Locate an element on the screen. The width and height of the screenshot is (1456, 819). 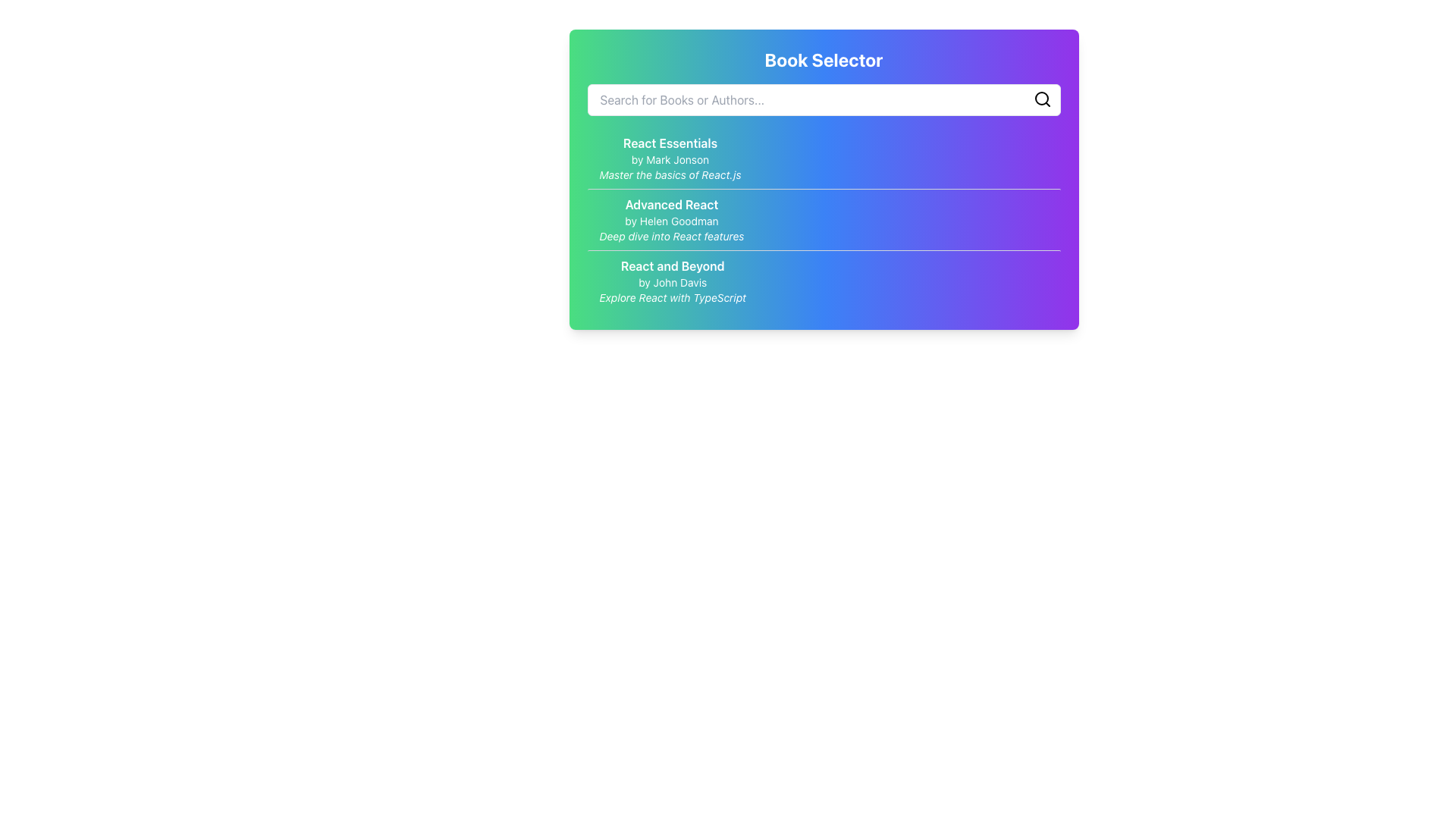
text label titled 'React and Beyond', which is a bold text label located prominently at the center of the highlighted book item section is located at coordinates (672, 265).